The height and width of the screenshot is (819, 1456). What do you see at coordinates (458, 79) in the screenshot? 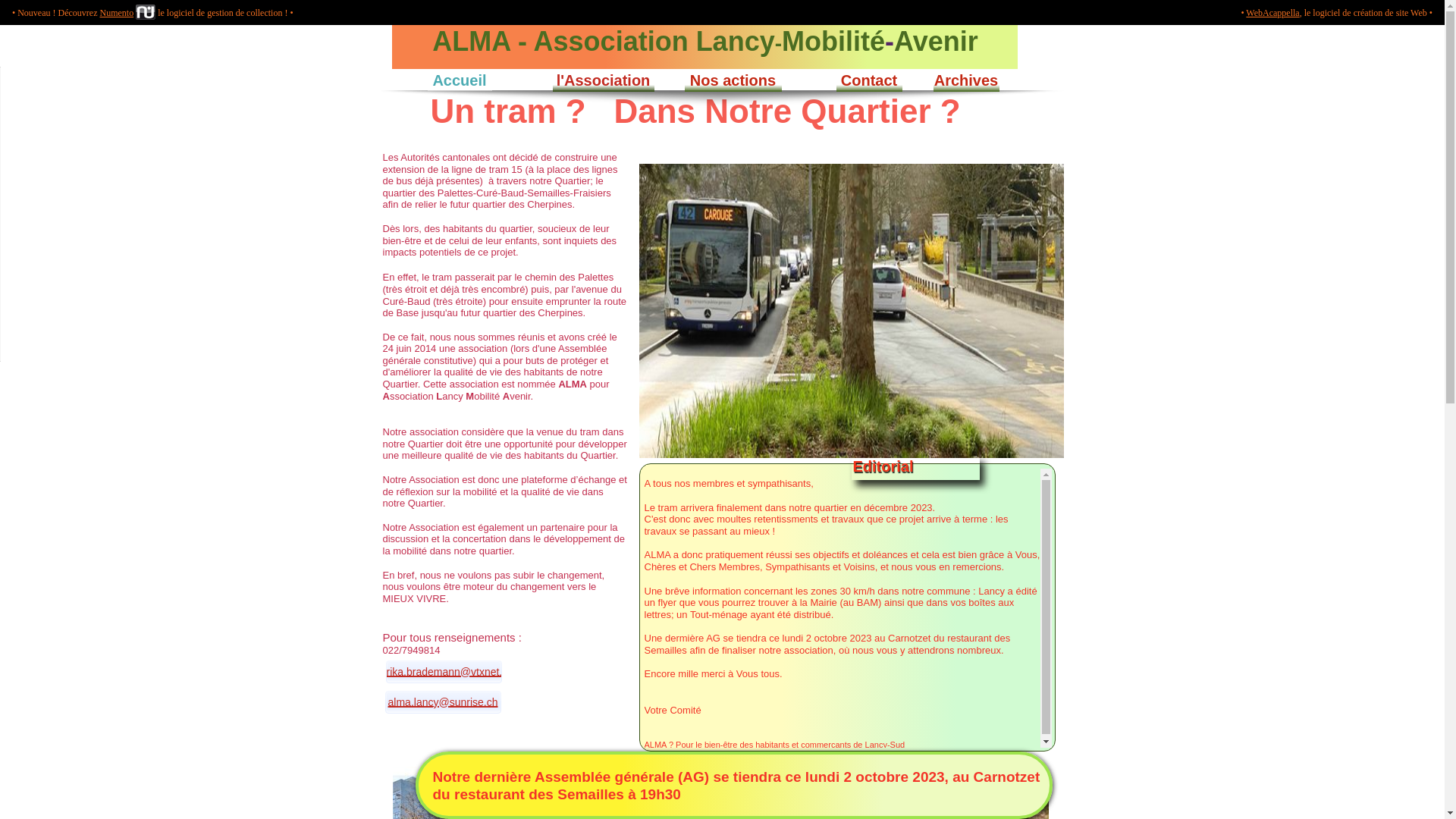
I see `'Accueil'` at bounding box center [458, 79].